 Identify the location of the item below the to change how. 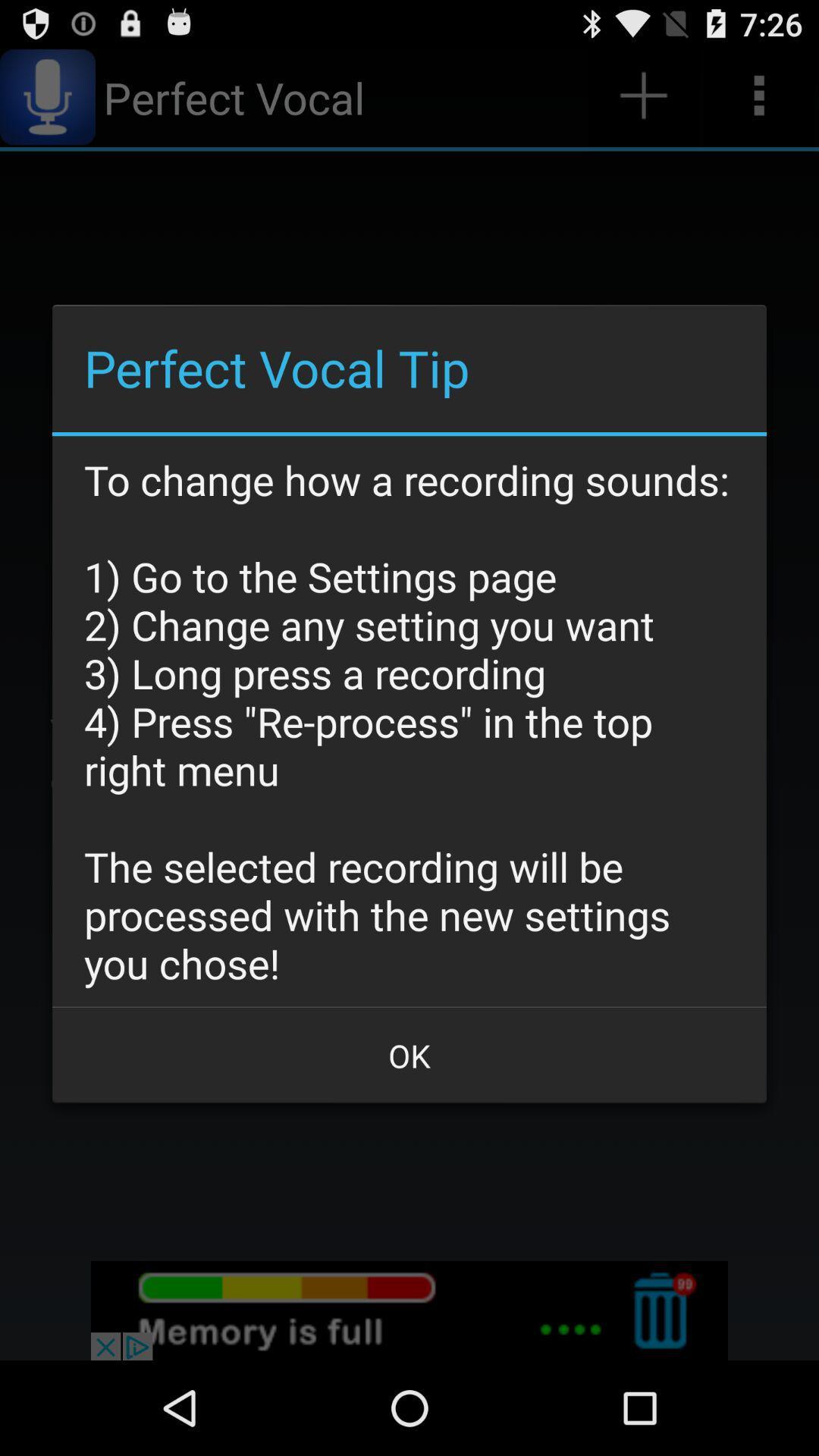
(409, 1055).